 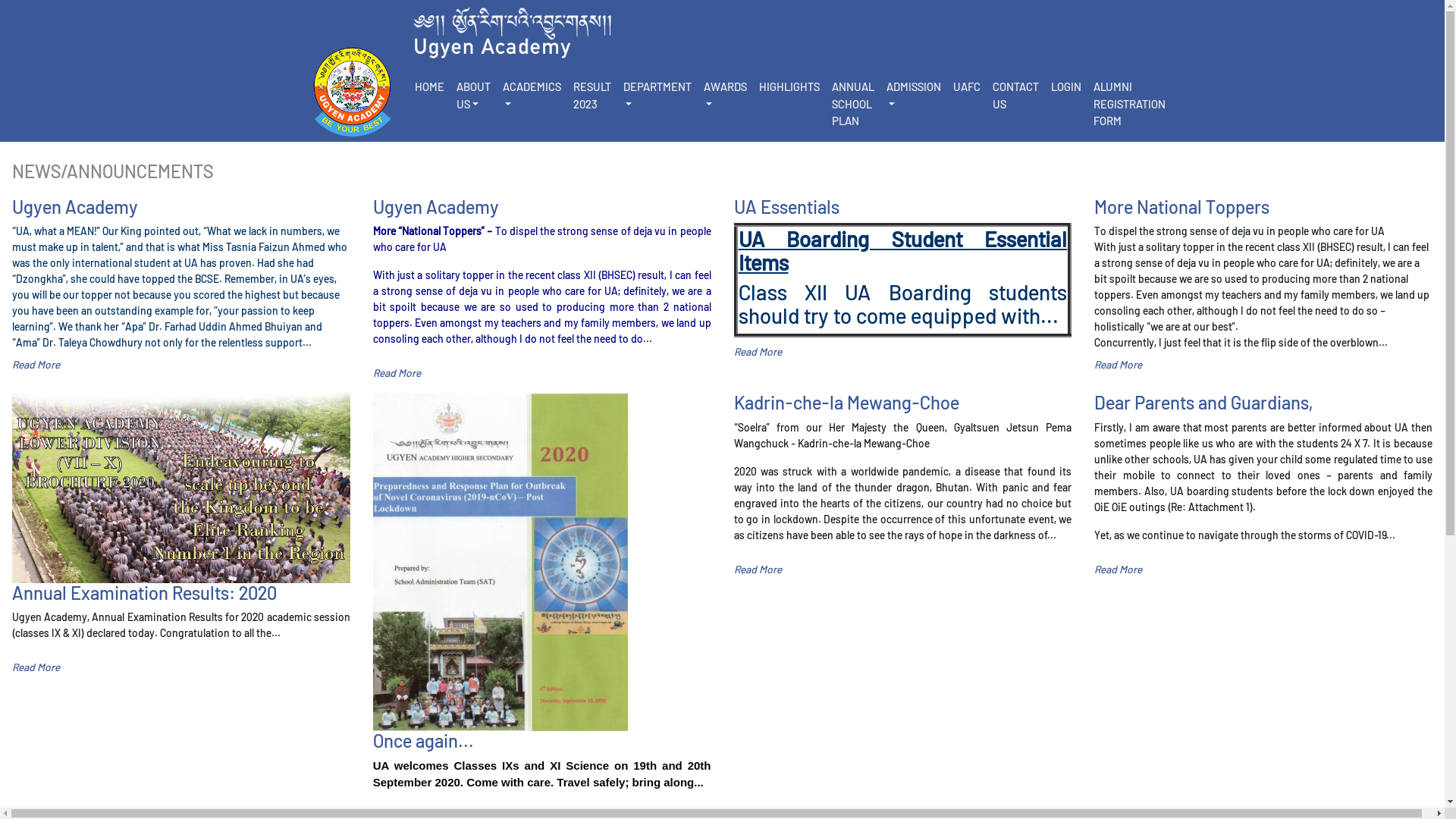 What do you see at coordinates (789, 86) in the screenshot?
I see `'HIGHLIGHTS'` at bounding box center [789, 86].